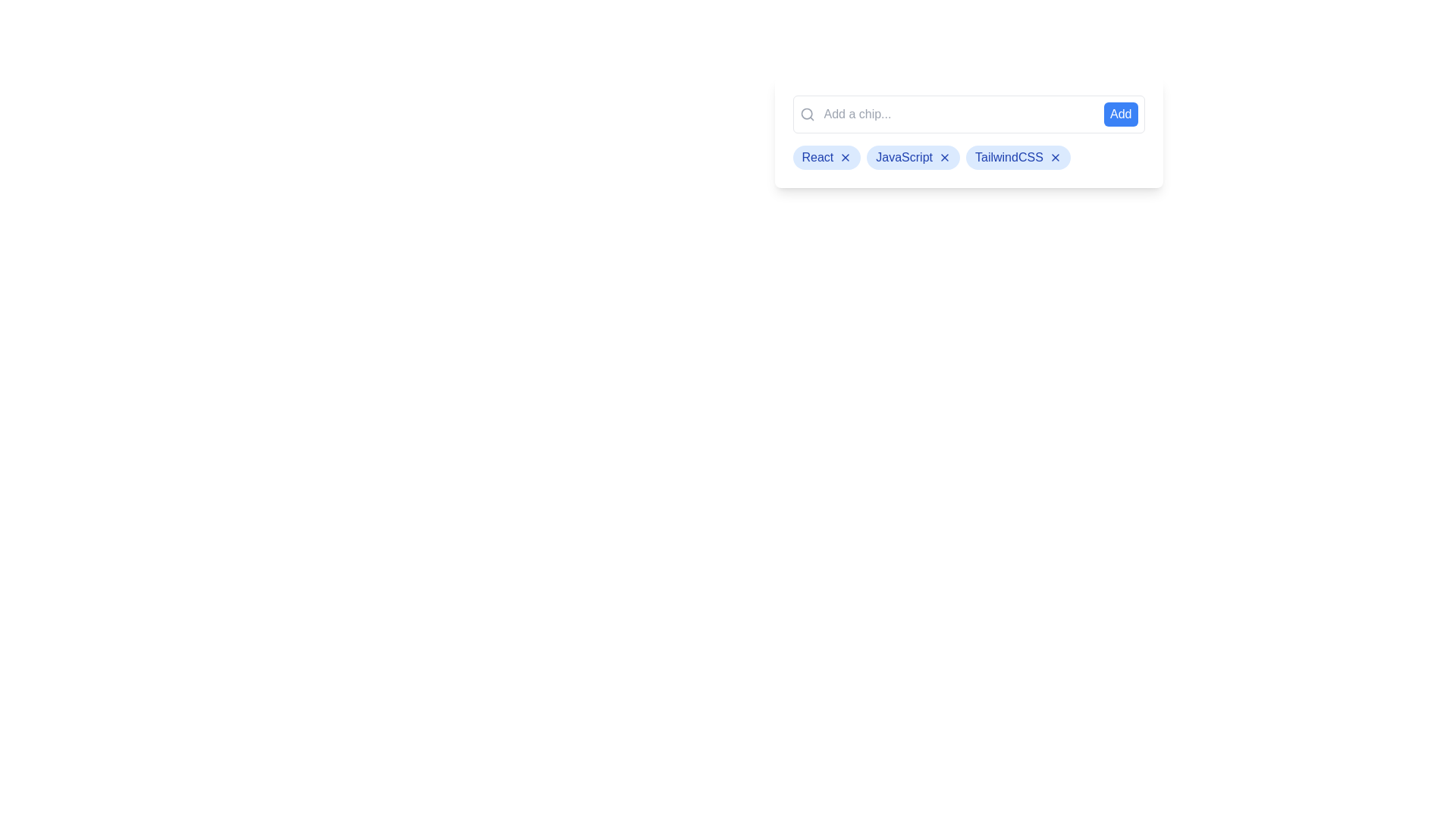 The height and width of the screenshot is (819, 1456). What do you see at coordinates (959, 113) in the screenshot?
I see `the input field and type the text 'example'` at bounding box center [959, 113].